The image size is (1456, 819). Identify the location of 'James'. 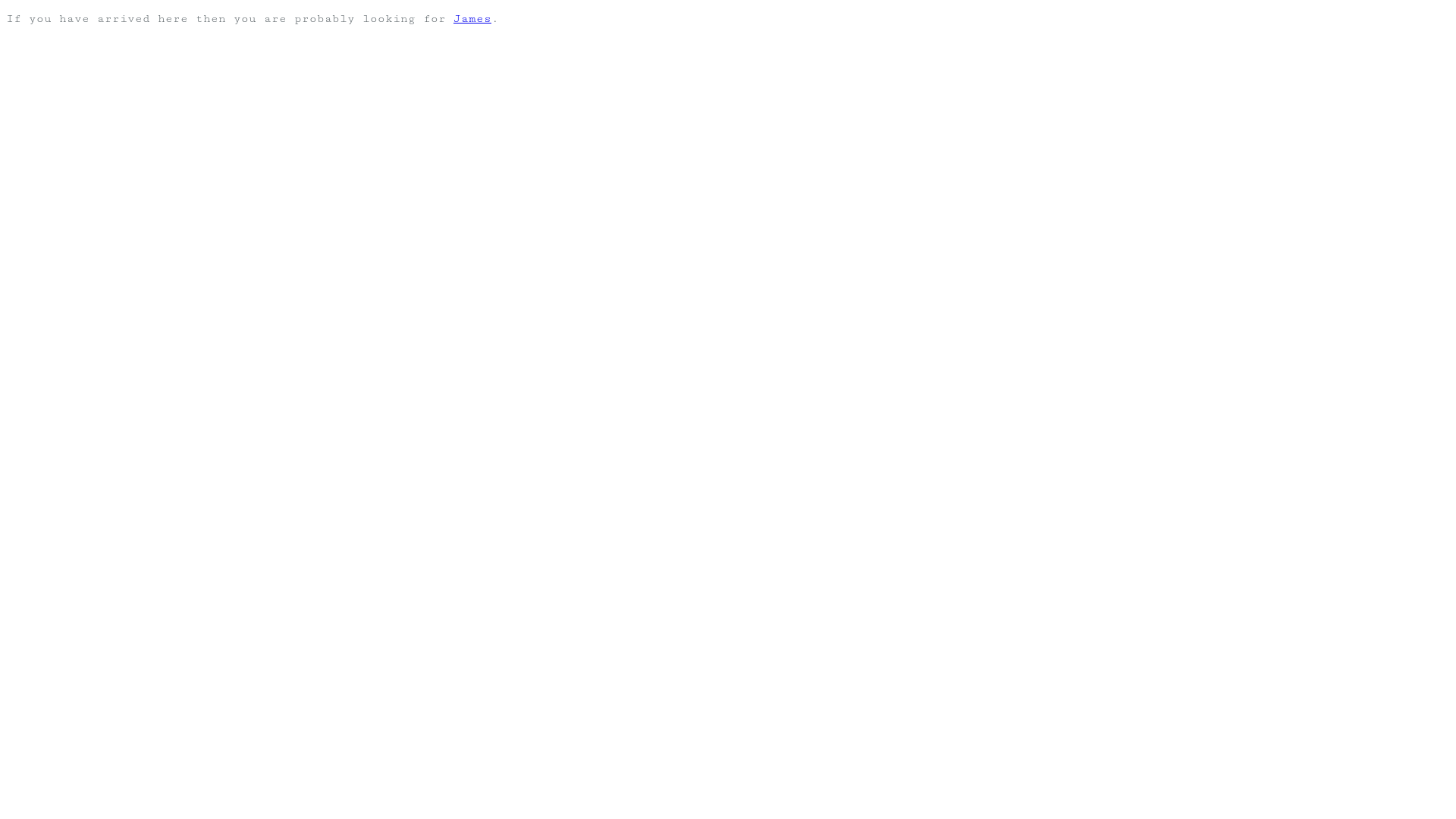
(472, 18).